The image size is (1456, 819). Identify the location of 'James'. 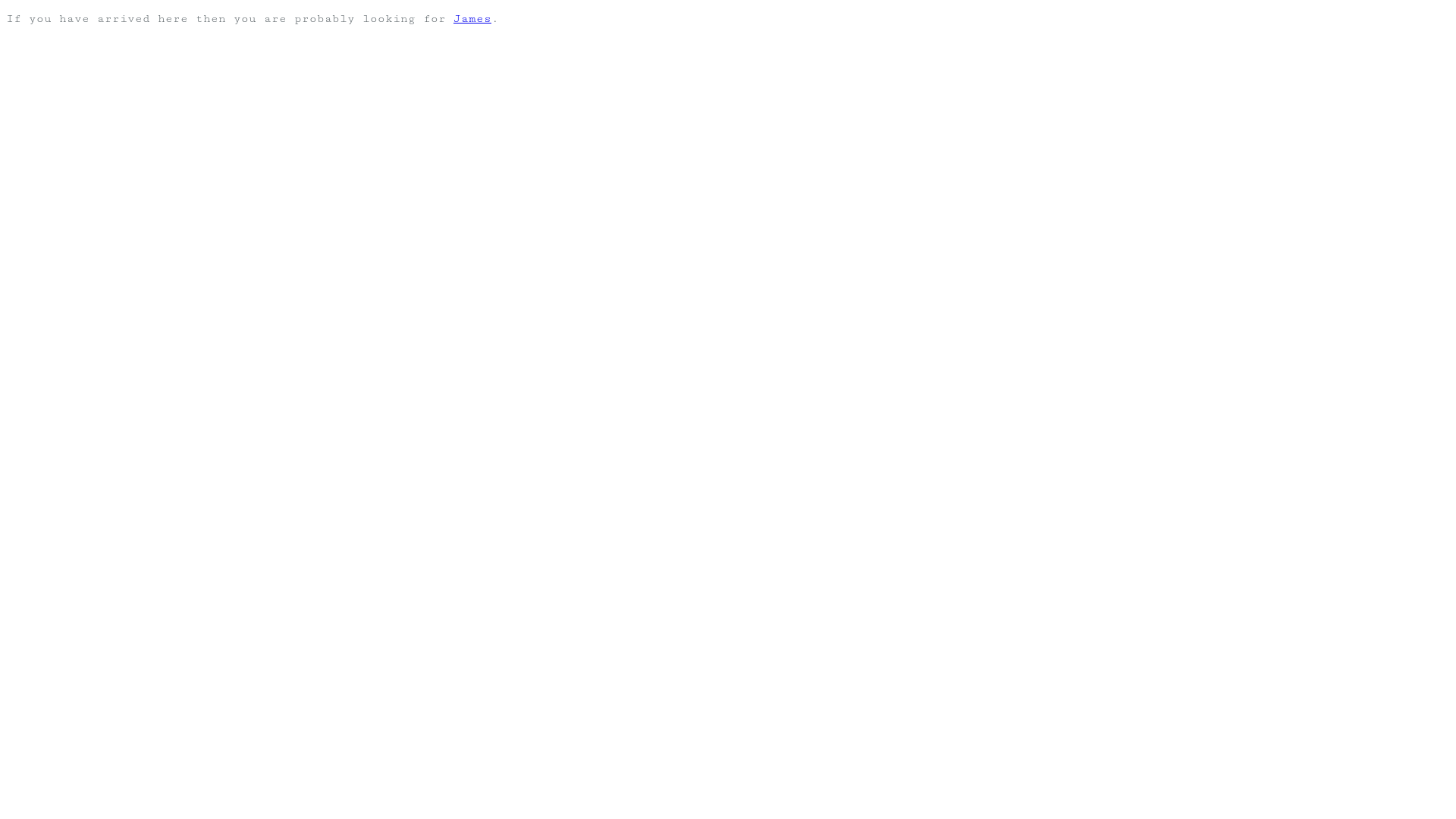
(472, 18).